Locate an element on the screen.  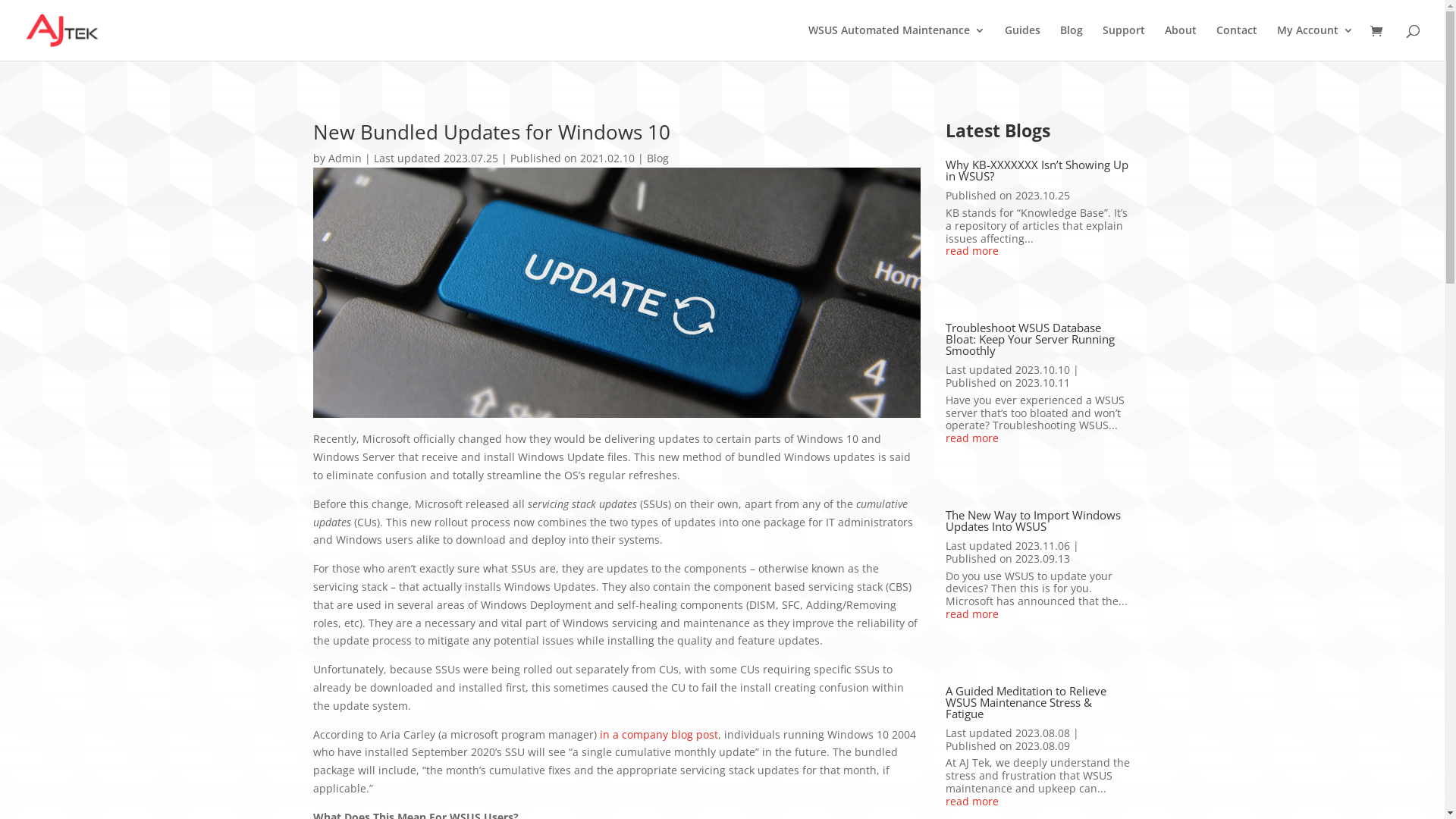
'About' is located at coordinates (1164, 42).